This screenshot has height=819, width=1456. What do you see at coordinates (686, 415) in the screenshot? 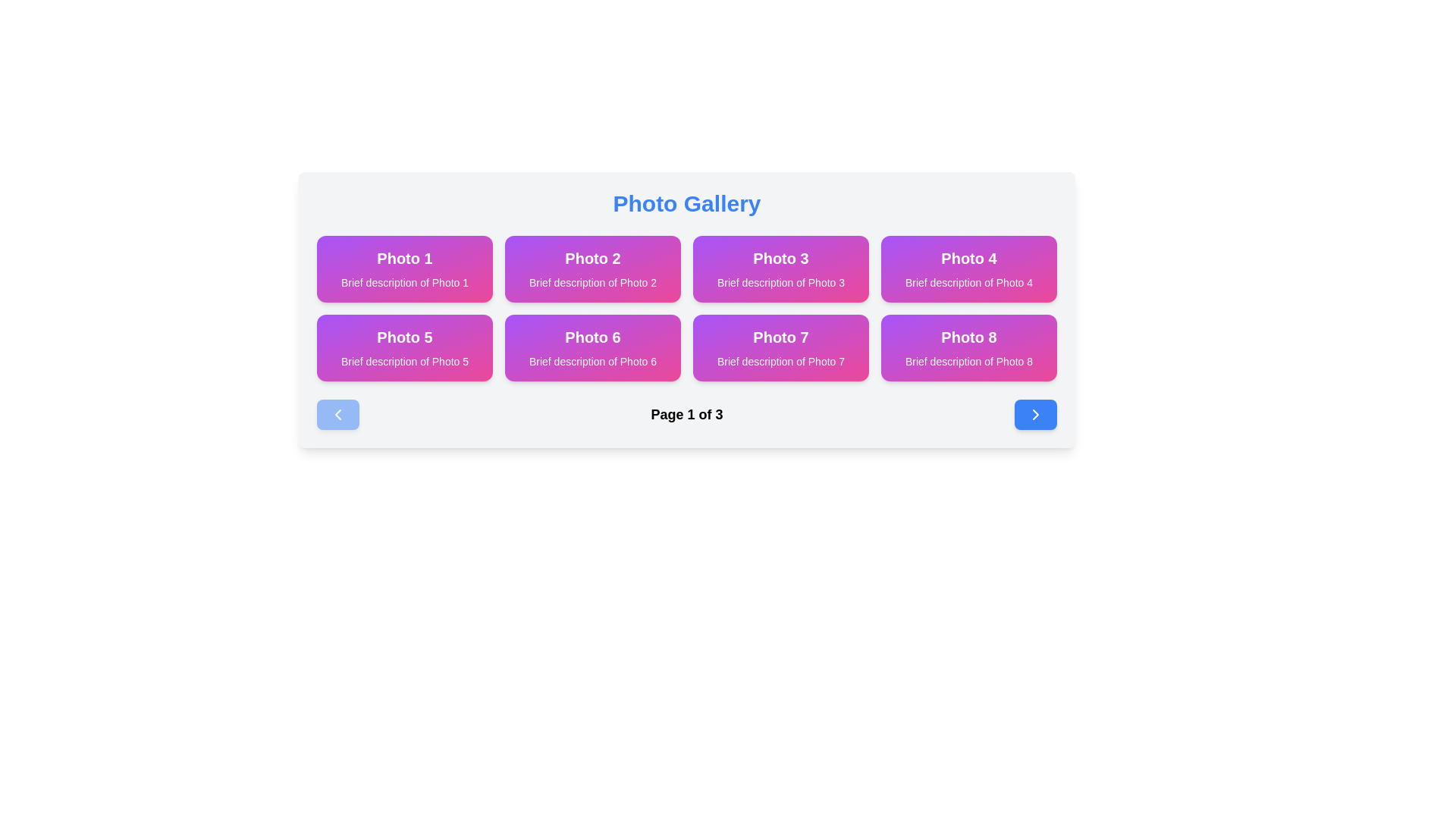
I see `pagination information displayed in the text label that says 'Page 1 of 3', which is centrally located below a grid of photos` at bounding box center [686, 415].